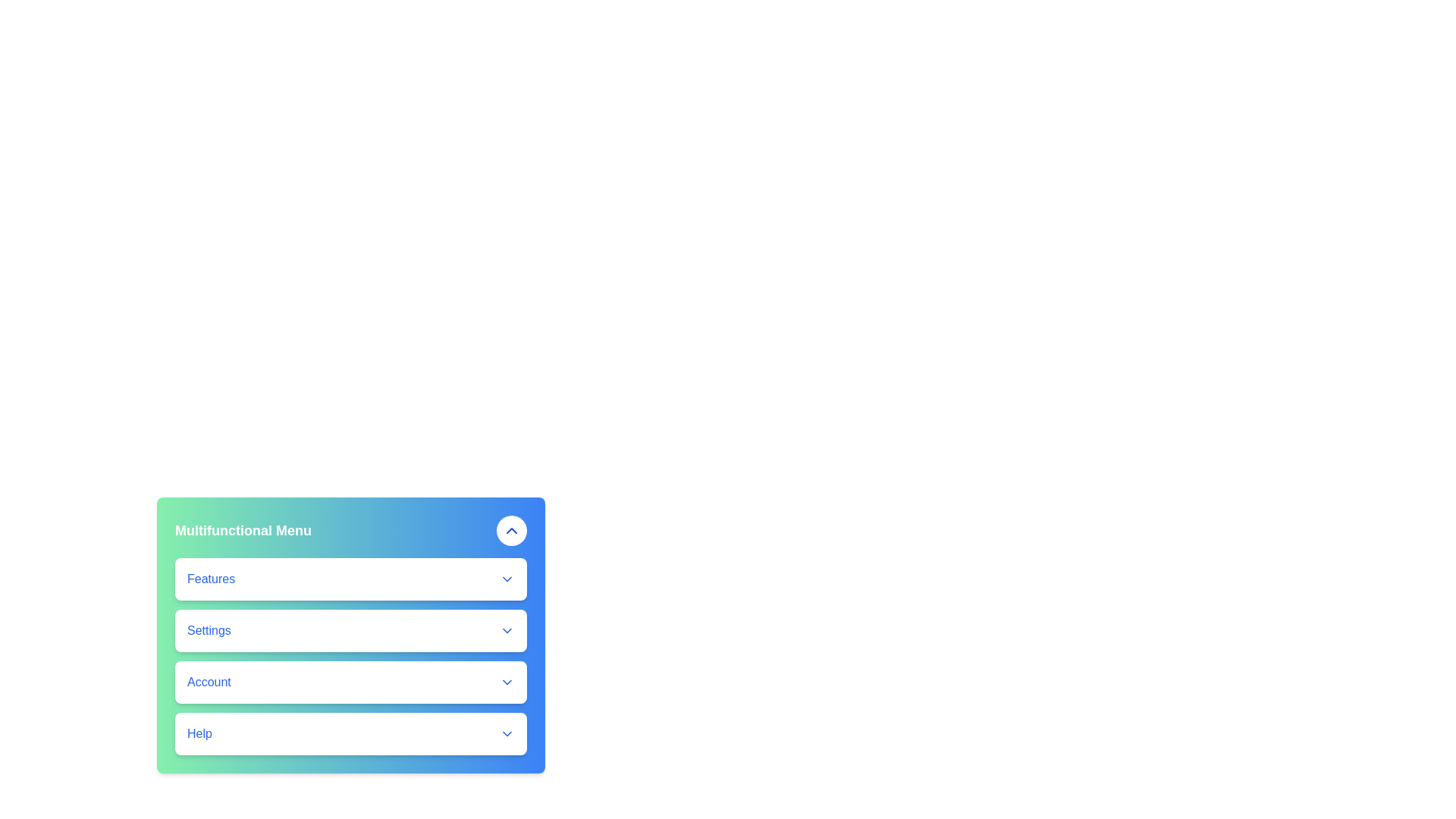 This screenshot has width=1456, height=819. I want to click on the dropdown icon for the 'Settings' menu item located on the right side of the 'Settings' row, so click(507, 631).